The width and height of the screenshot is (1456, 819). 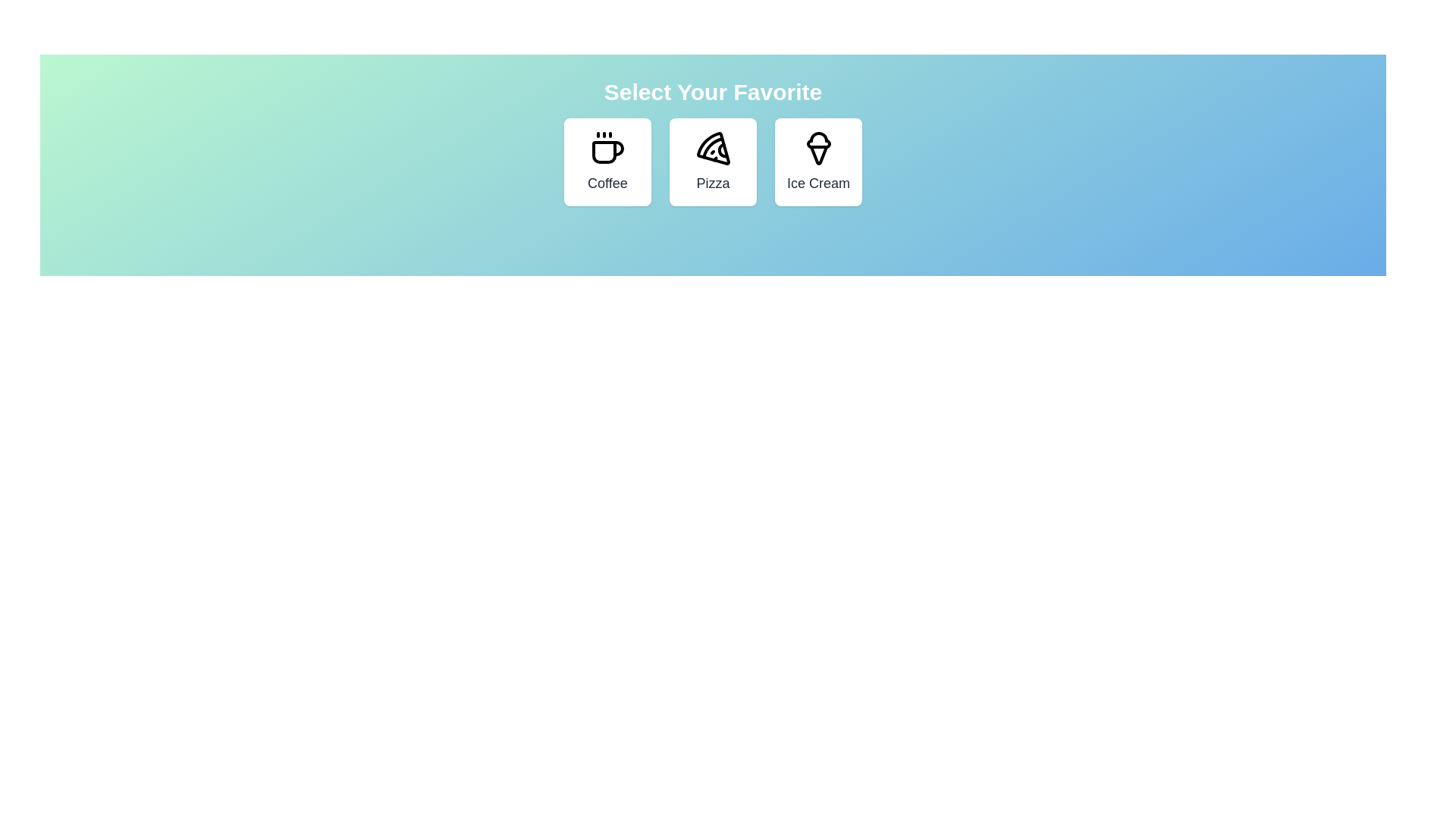 What do you see at coordinates (607, 183) in the screenshot?
I see `the Text label that describes the coffee card, located below the coffee cup icon in the first card of the 'Select Your Favorite' section` at bounding box center [607, 183].